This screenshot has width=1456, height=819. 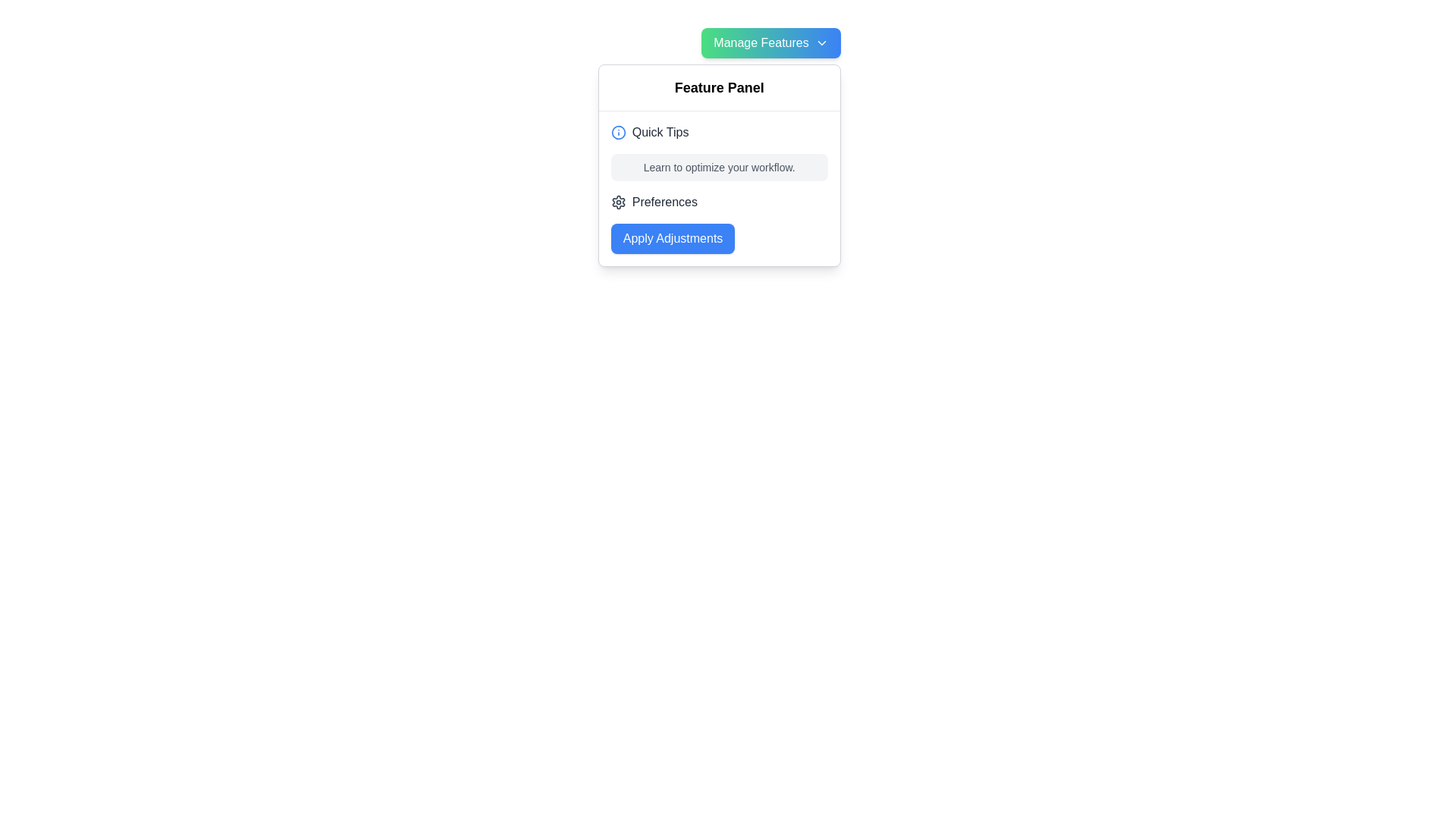 I want to click on the informational icon located to the left of the 'Quick Tips' text label, so click(x=618, y=131).